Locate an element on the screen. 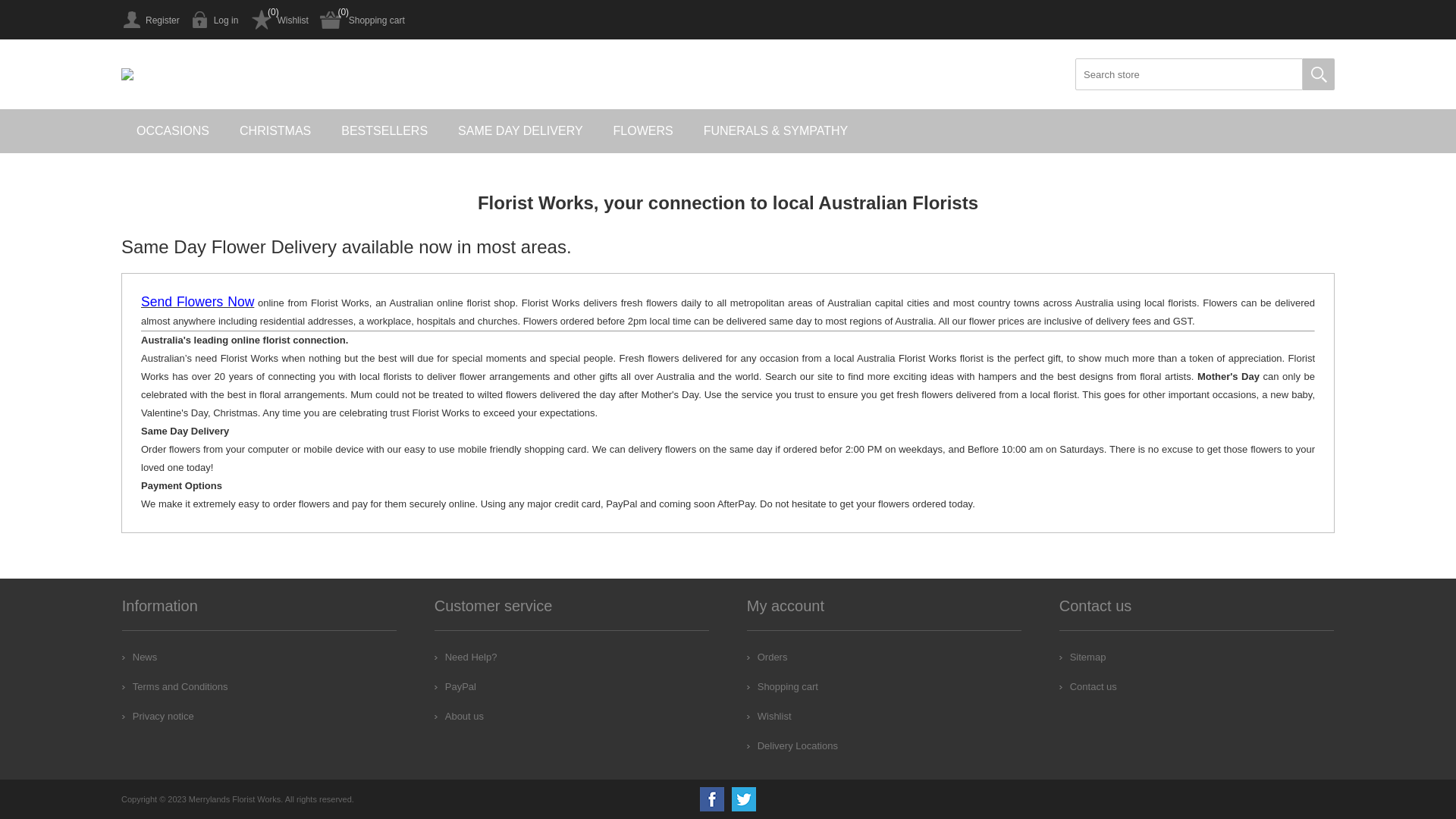  'Terms and Conditions' is located at coordinates (174, 686).